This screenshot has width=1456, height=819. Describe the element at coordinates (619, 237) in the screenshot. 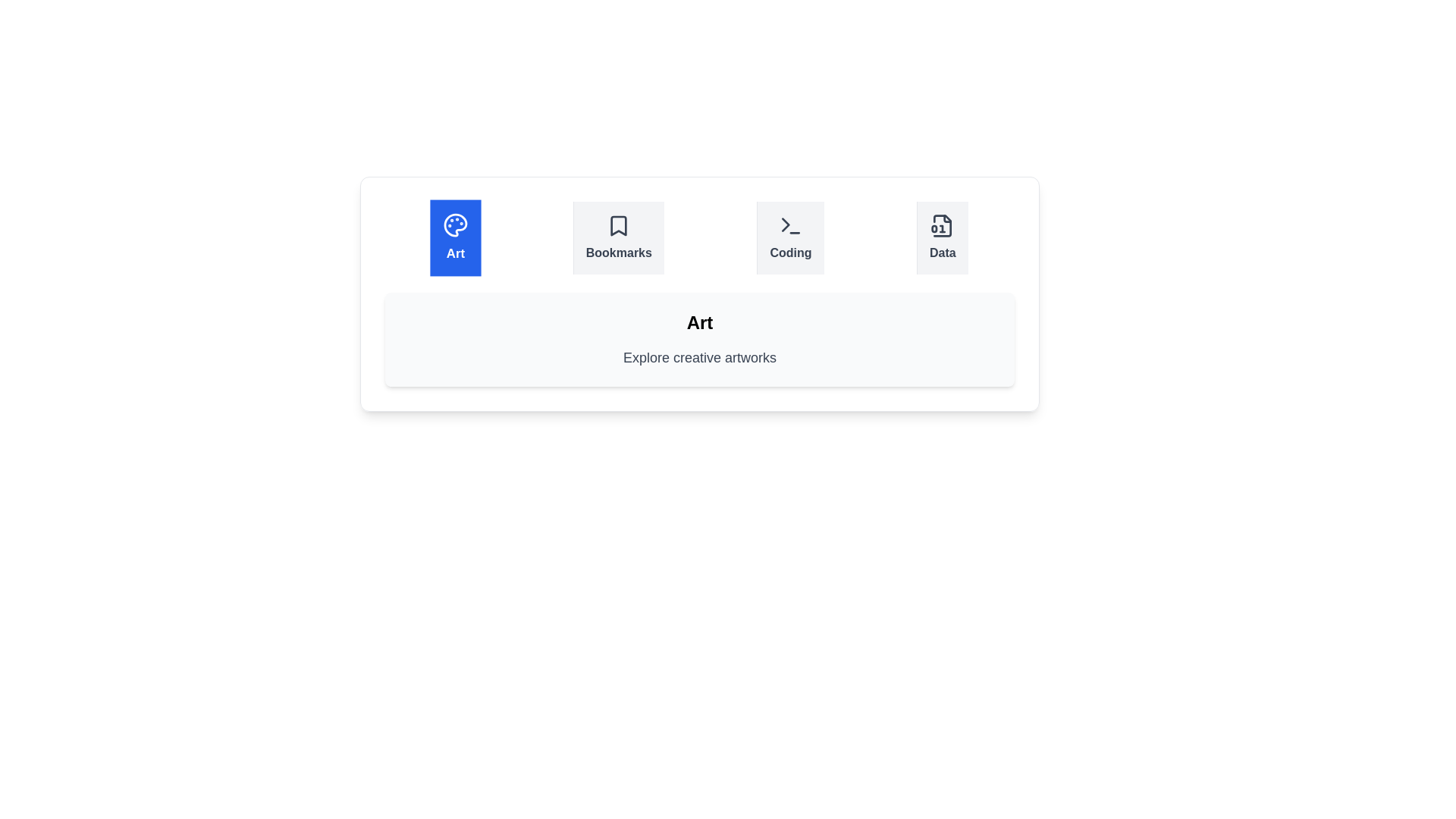

I see `the tab labeled Bookmarks` at that location.